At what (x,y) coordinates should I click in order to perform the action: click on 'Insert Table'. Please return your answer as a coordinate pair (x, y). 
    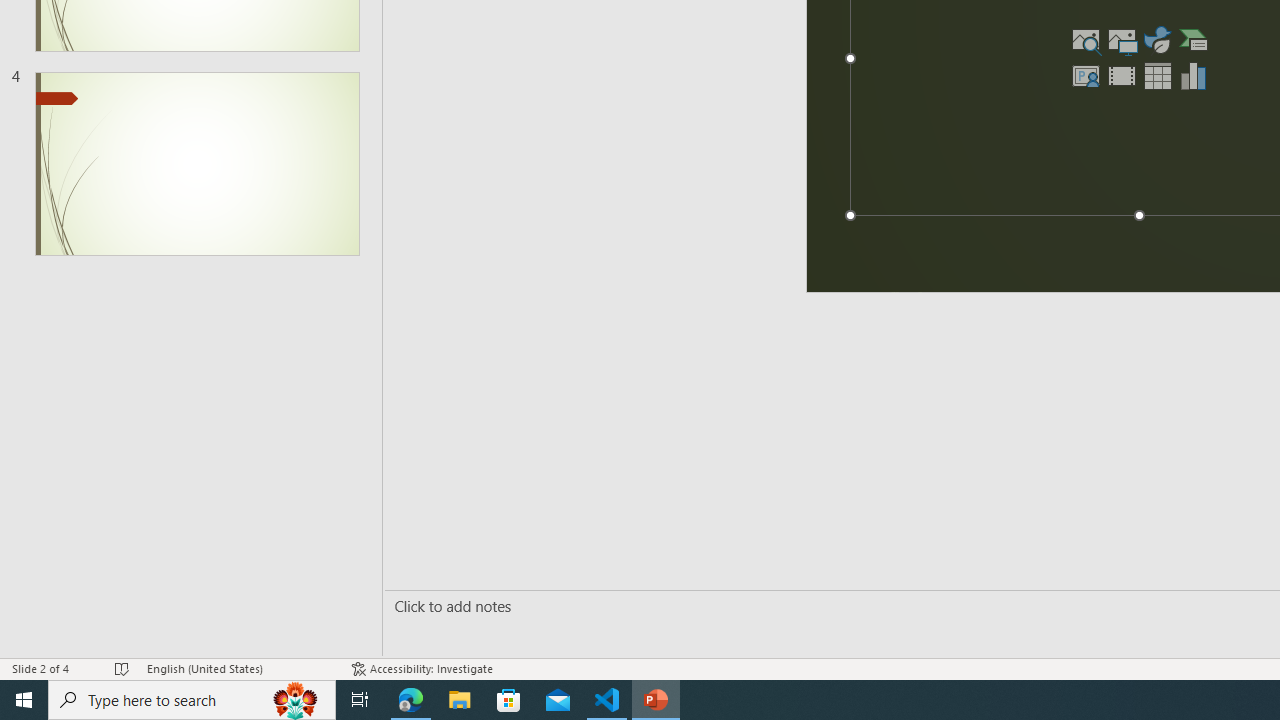
    Looking at the image, I should click on (1157, 74).